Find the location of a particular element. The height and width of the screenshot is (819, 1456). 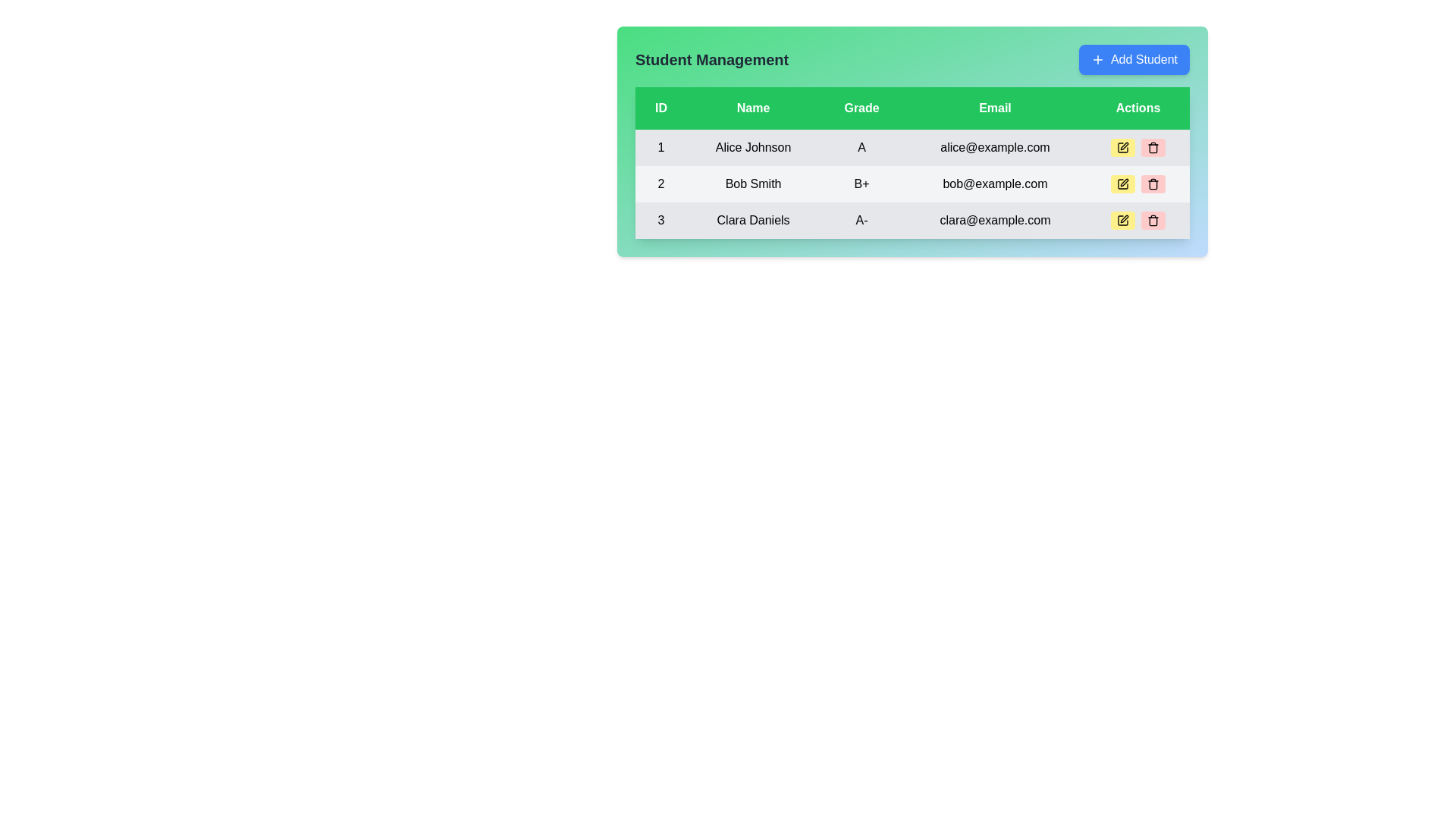

the text element 'Clara Daniels' located in the 'Name' column of the third row in the 'Student Management' table, which is styled with medium font weight on a light gray background is located at coordinates (753, 220).